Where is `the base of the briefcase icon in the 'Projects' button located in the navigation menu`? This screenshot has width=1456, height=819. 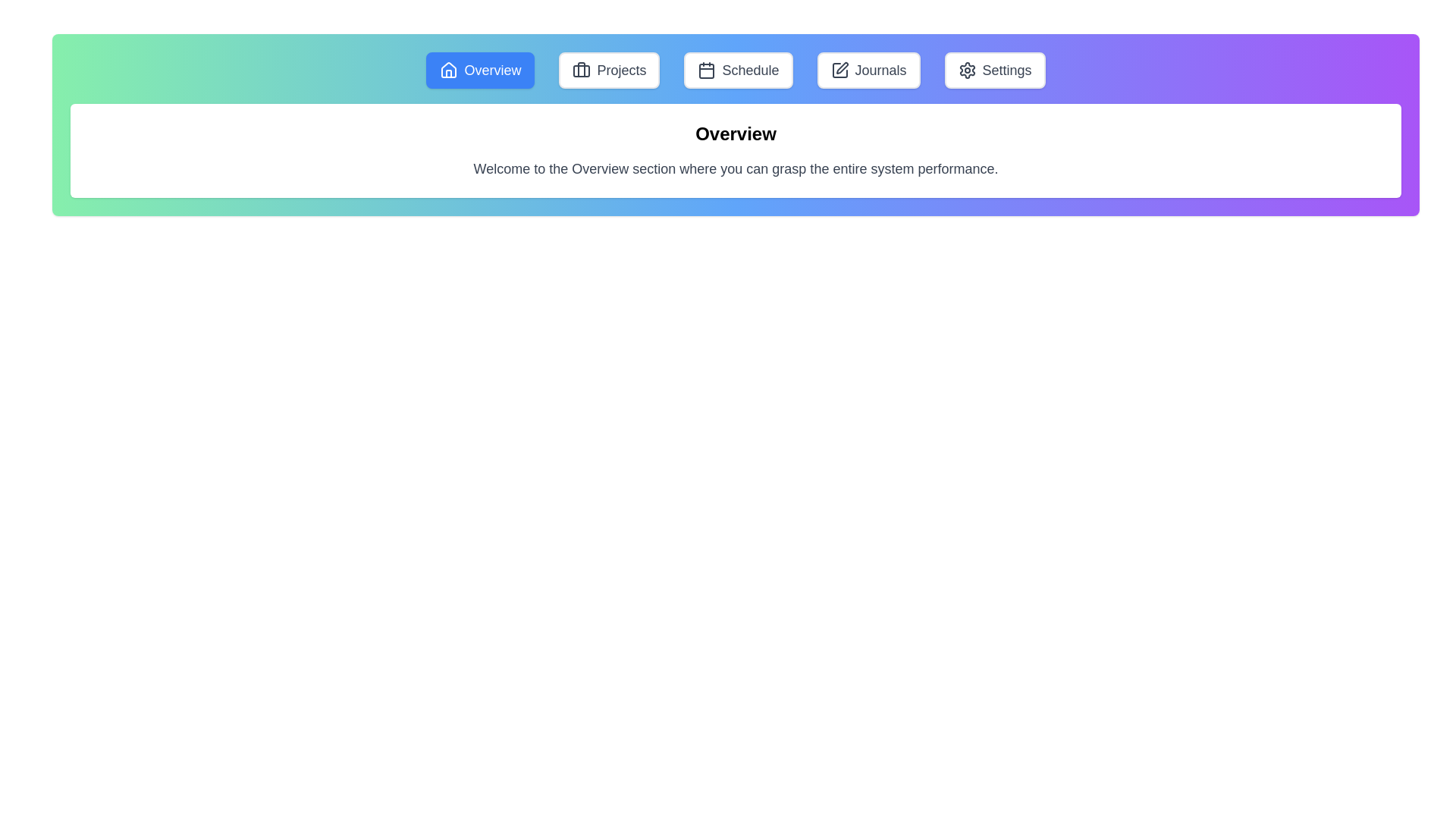 the base of the briefcase icon in the 'Projects' button located in the navigation menu is located at coordinates (581, 71).